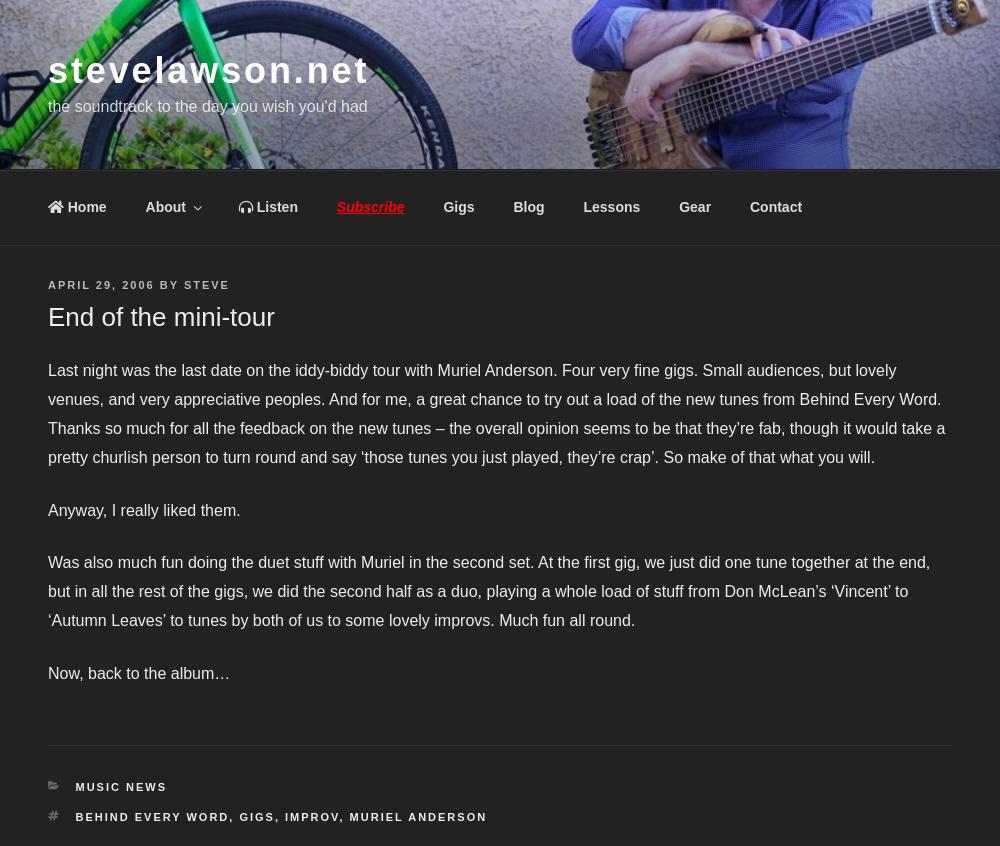 Image resolution: width=1000 pixels, height=846 pixels. What do you see at coordinates (495, 413) in the screenshot?
I see `'Last night was the last date on the iddy-biddy tour with Muriel Anderson. Four very fine gigs. Small audiences, but lovely venues, and very appreciative peoples. And for me, a great chance to try out a load of the new tunes from Behind Every Word. Thanks so much for all the feedback on the new tunes – the overall opinion seems to be that they’re fab, though it would take a pretty churlish person to turn round and say ‘those tunes you just played, they’re crap’. So make of that what you will.'` at bounding box center [495, 413].